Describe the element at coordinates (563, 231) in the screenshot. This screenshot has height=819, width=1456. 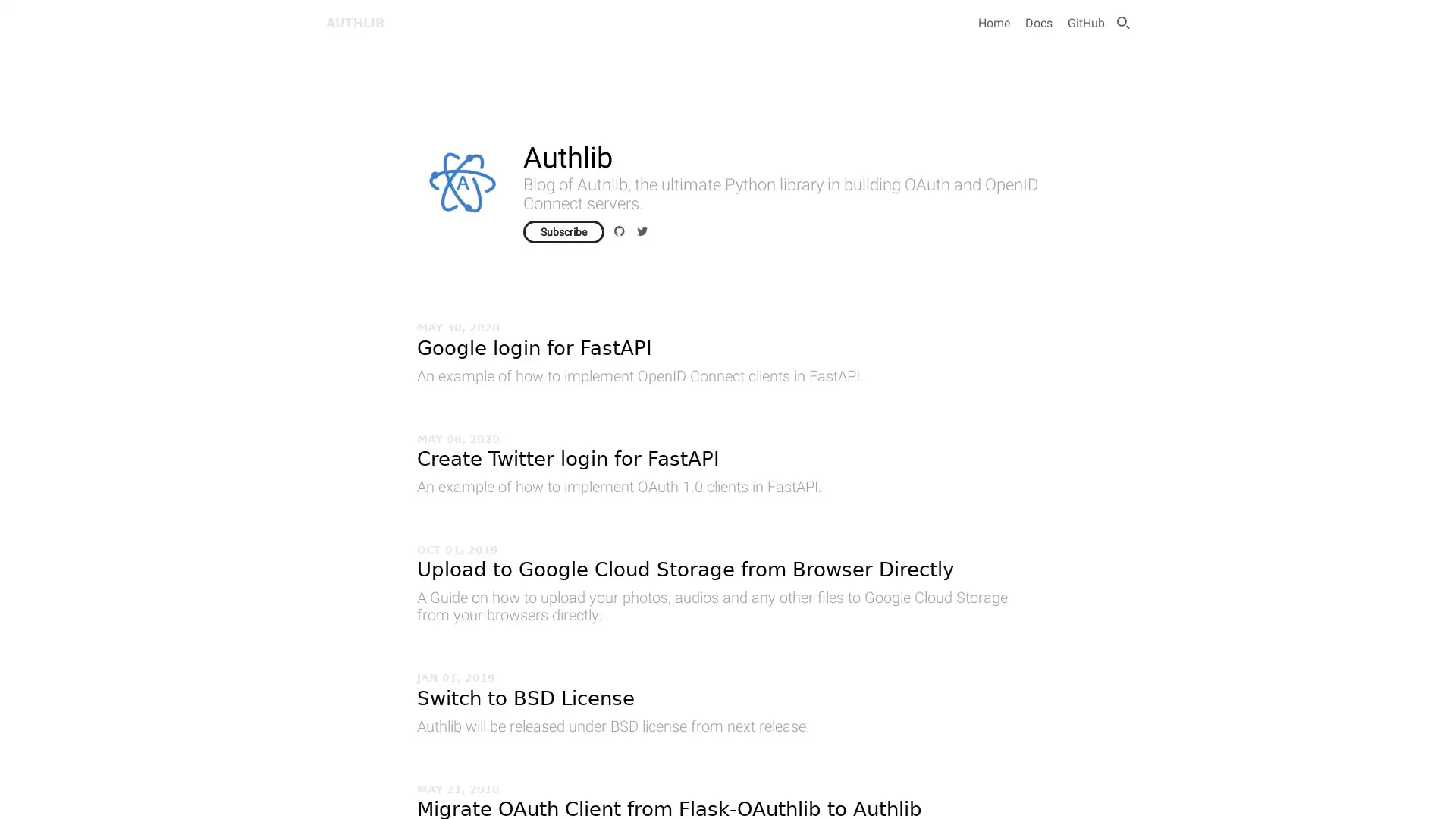
I see `Subscribe` at that location.